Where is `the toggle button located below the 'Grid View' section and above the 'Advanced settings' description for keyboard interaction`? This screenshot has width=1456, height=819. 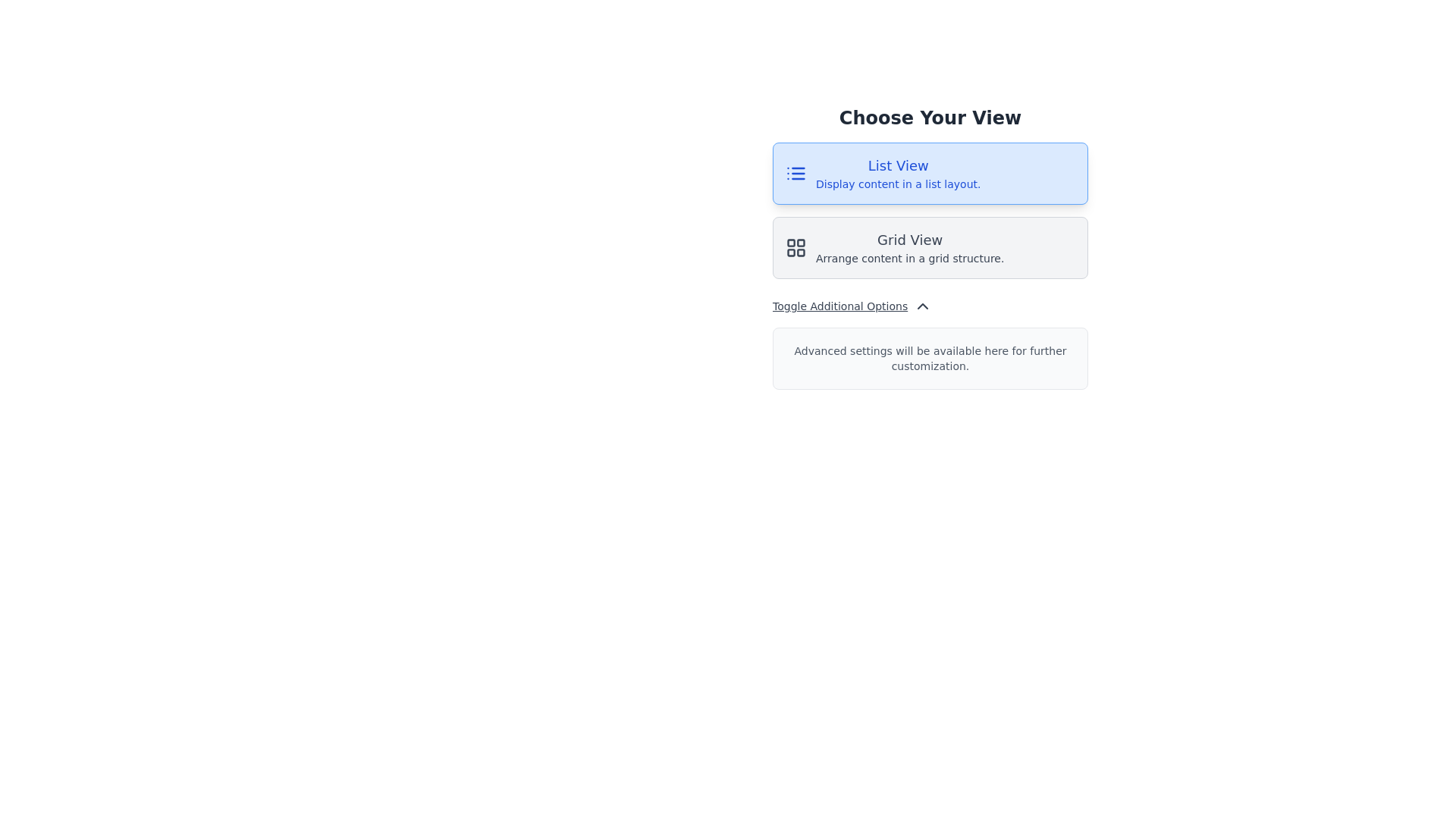
the toggle button located below the 'Grid View' section and above the 'Advanced settings' description for keyboard interaction is located at coordinates (852, 306).